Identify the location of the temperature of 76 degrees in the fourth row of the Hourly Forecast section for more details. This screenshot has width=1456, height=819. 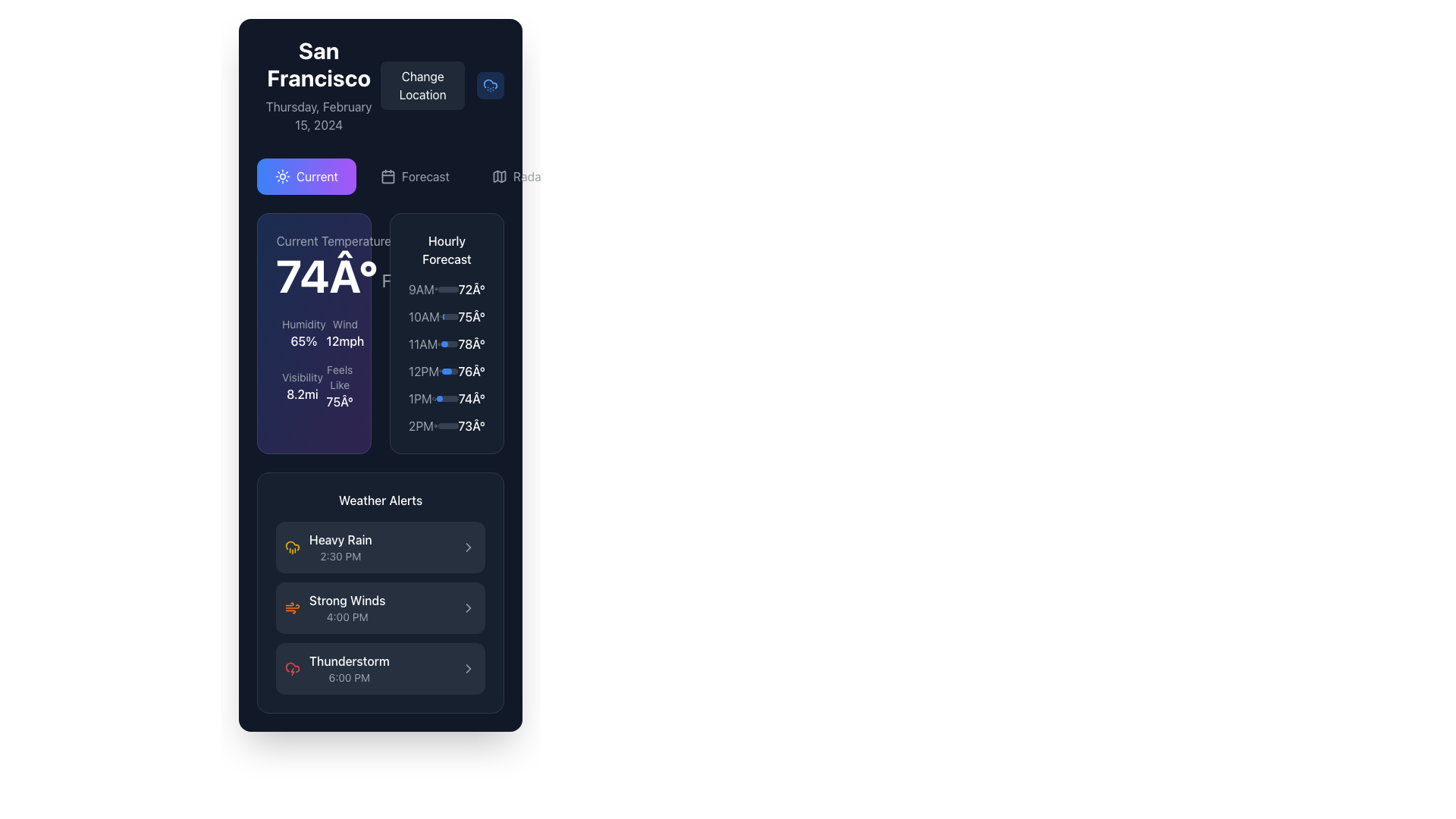
(446, 371).